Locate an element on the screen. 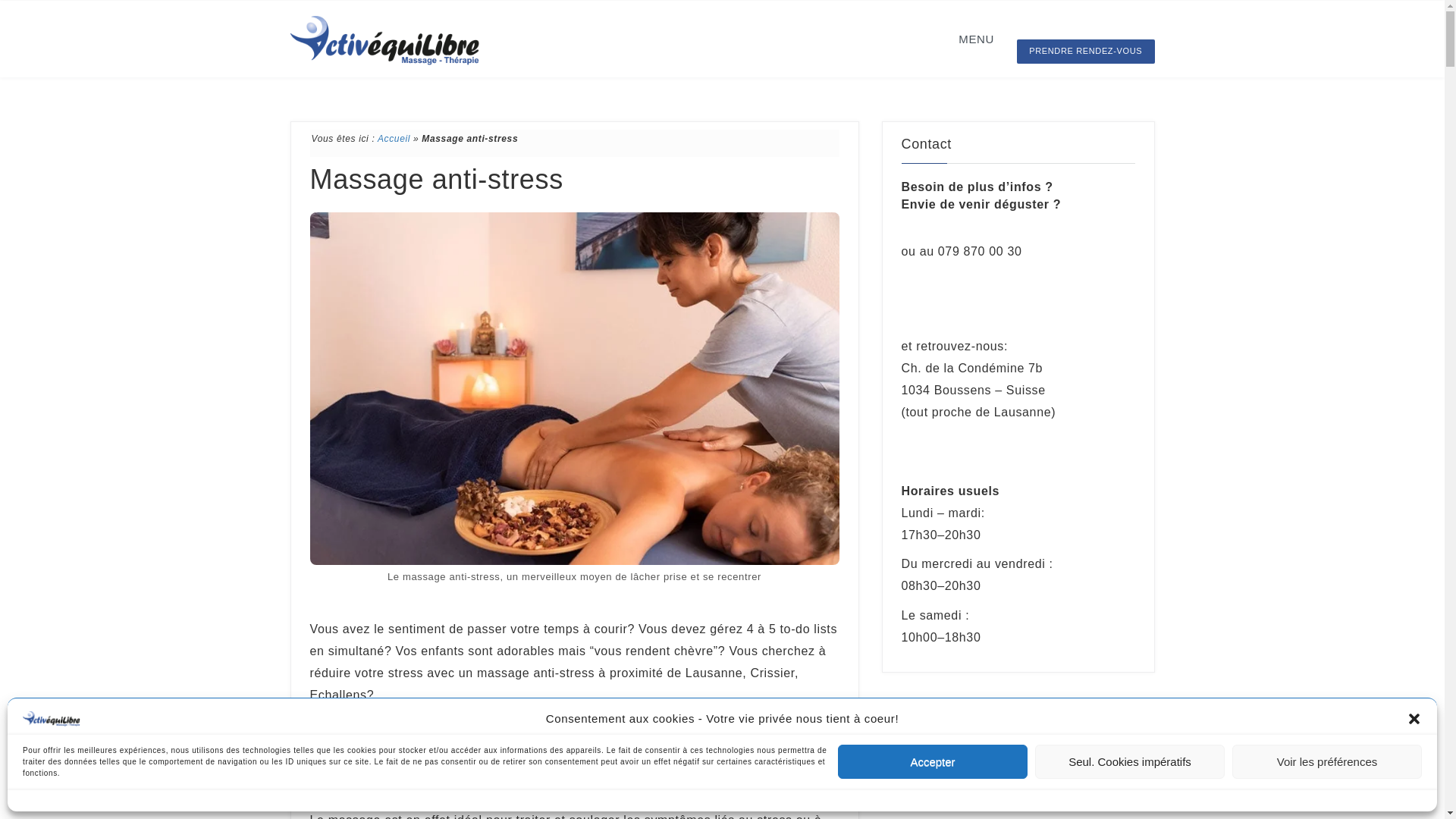  'Accepter' is located at coordinates (931, 761).